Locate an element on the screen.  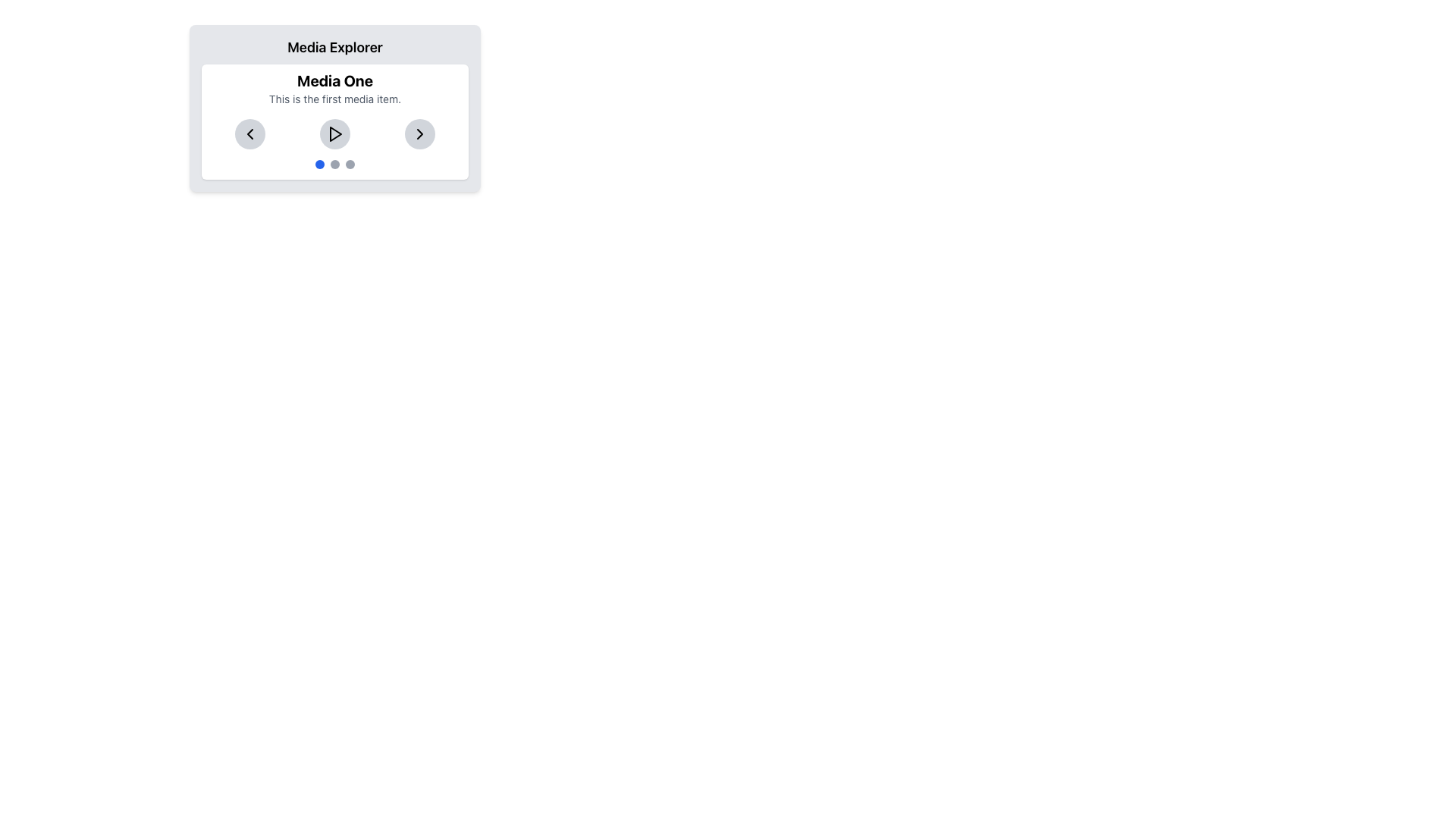
the last interactive indicator dot, which serves as an inactive navigation indicator for selecting the corresponding media item in the carousel is located at coordinates (349, 164).